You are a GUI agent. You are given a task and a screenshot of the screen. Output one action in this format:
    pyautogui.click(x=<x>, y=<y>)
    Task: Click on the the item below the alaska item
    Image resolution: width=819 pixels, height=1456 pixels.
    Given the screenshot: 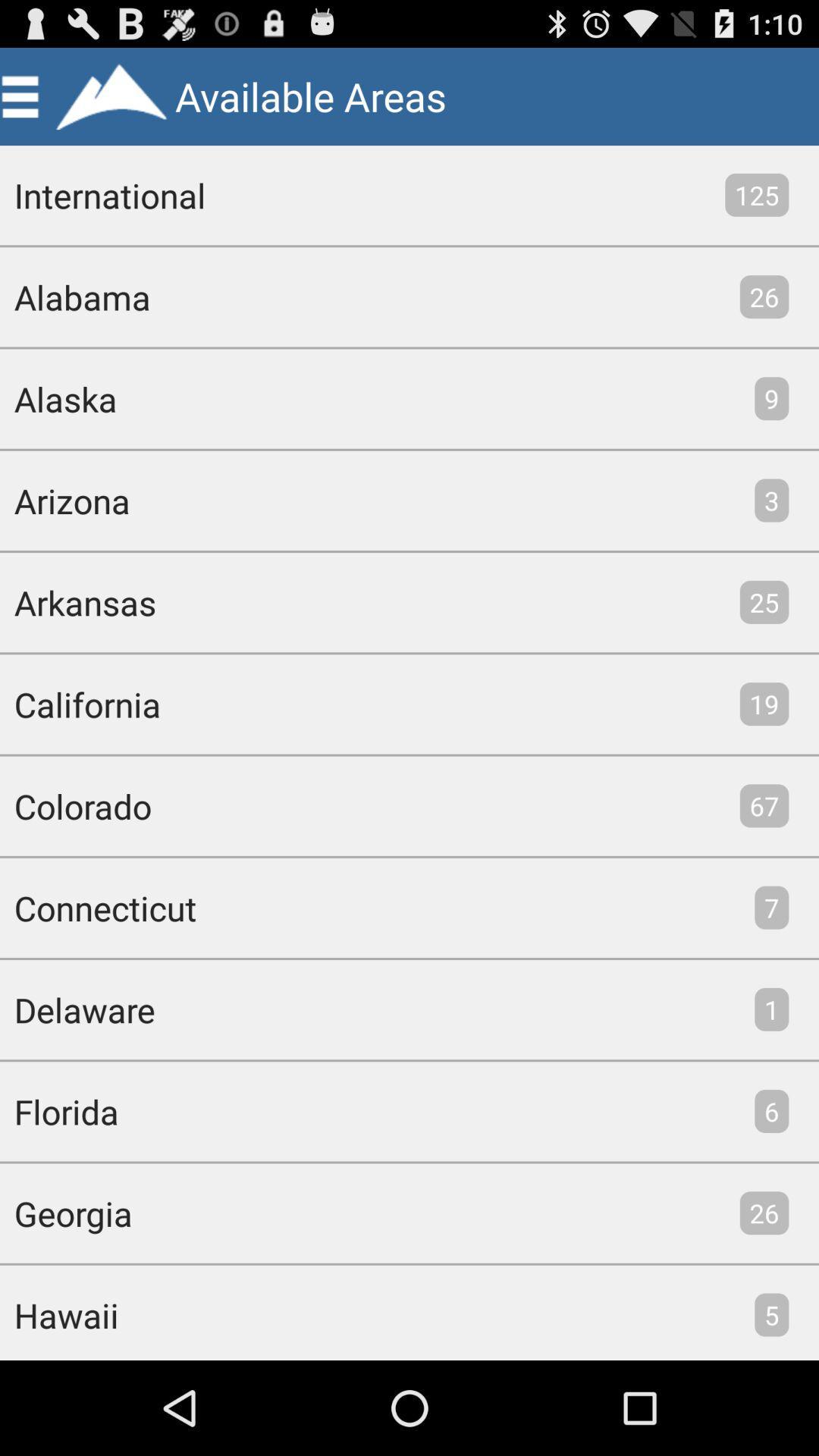 What is the action you would take?
    pyautogui.click(x=64, y=500)
    